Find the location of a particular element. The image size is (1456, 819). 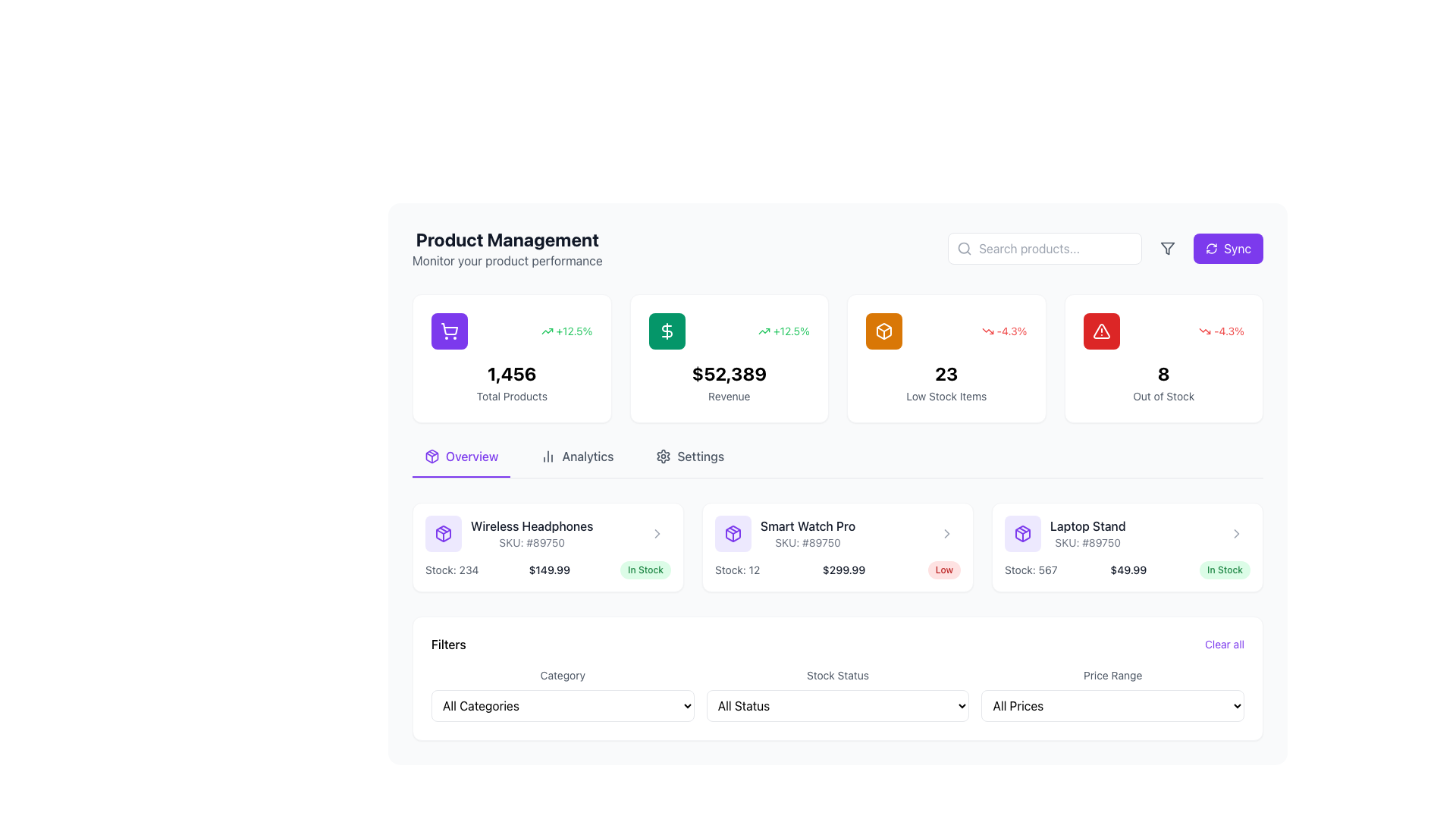

the Text element (multi-line) that displays the product's name and unique SKU identifier, which is the second product in a horizontal list of product cards is located at coordinates (807, 533).